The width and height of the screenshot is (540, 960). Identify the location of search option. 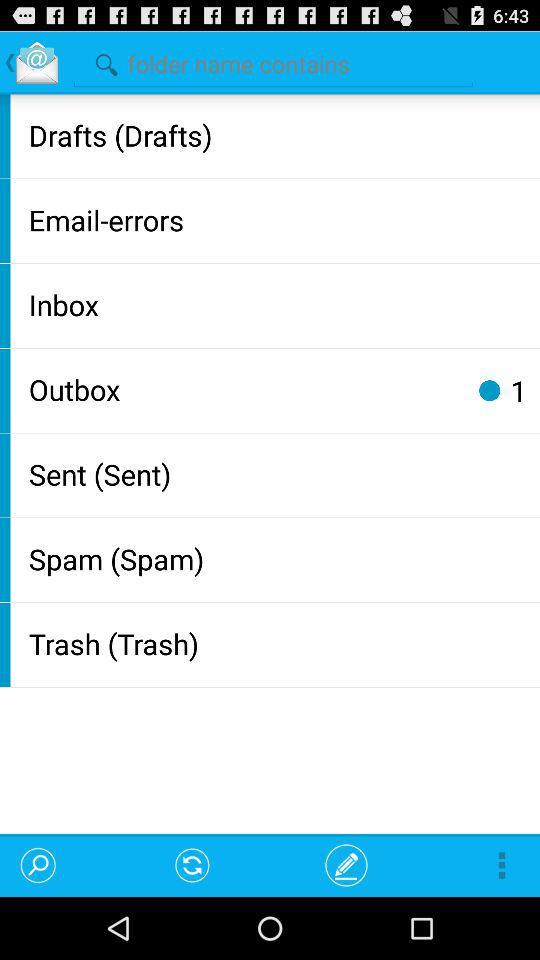
(272, 61).